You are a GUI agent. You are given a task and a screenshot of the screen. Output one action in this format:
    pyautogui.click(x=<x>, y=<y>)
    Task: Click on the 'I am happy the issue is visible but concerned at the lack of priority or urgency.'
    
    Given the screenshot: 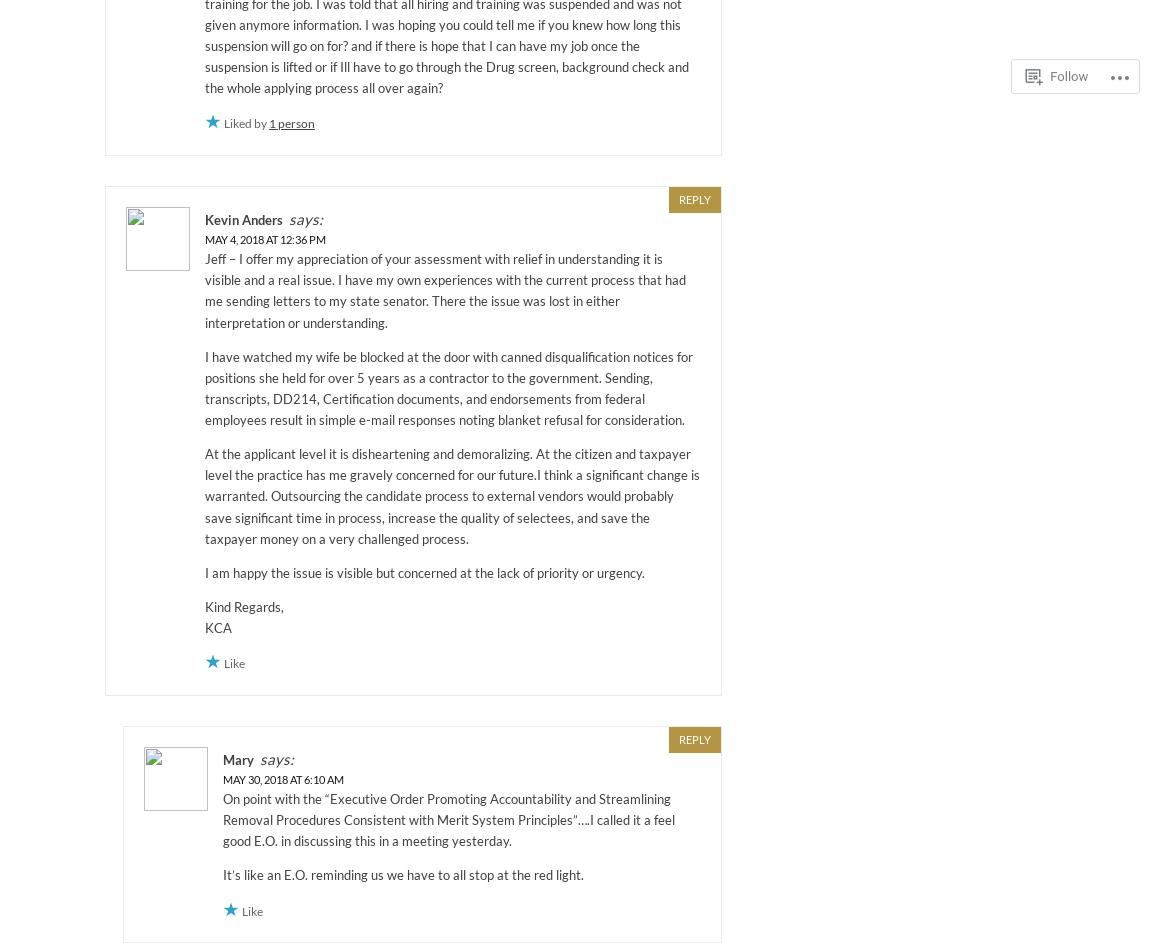 What is the action you would take?
    pyautogui.click(x=204, y=570)
    